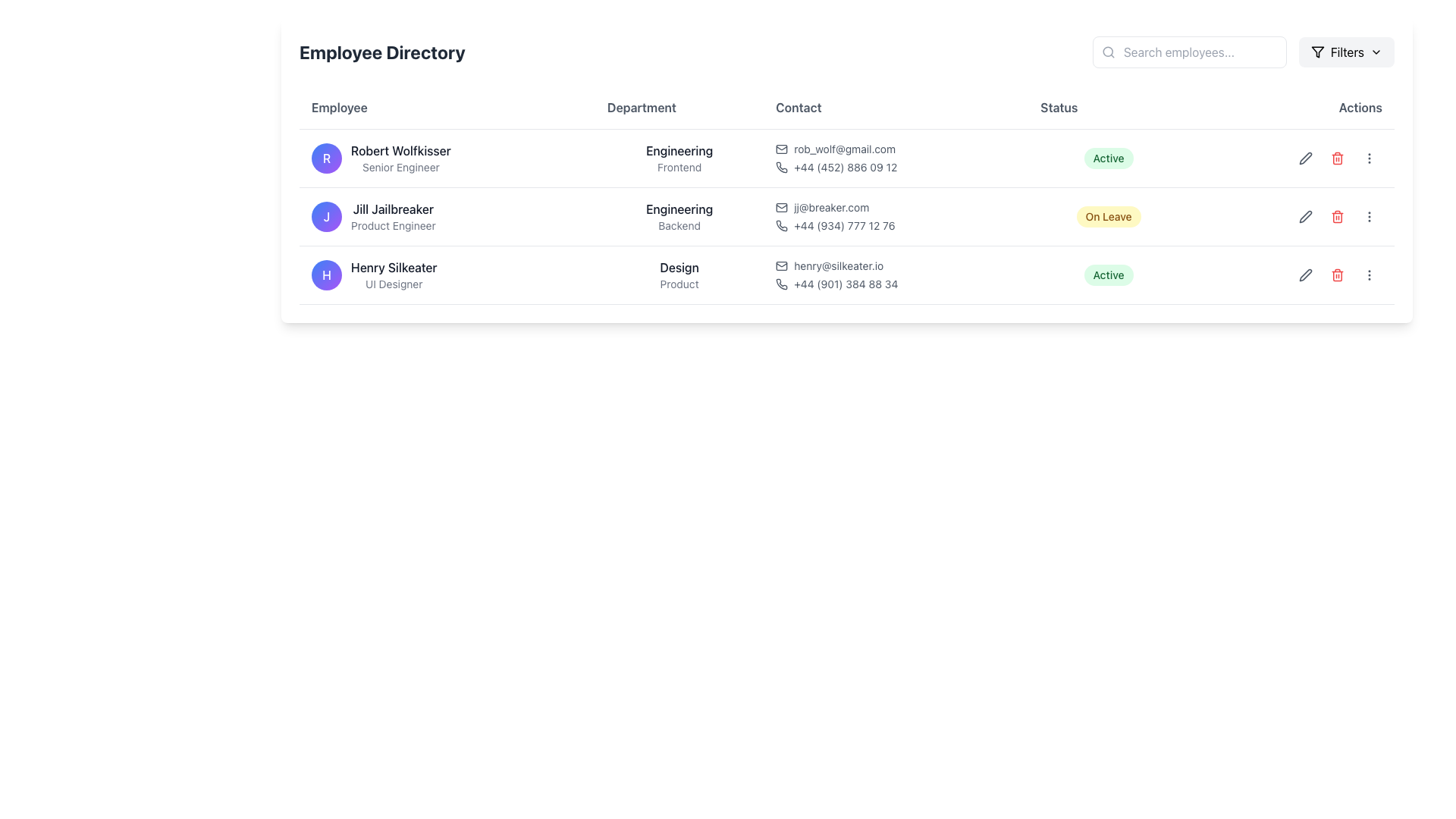 This screenshot has width=1456, height=819. What do you see at coordinates (1291, 275) in the screenshot?
I see `the edit icon (pen) in the 'Actions' column of the last row adjacent to the 'Active' status indicator for 'Henry Silkeater' to modify the entry` at bounding box center [1291, 275].